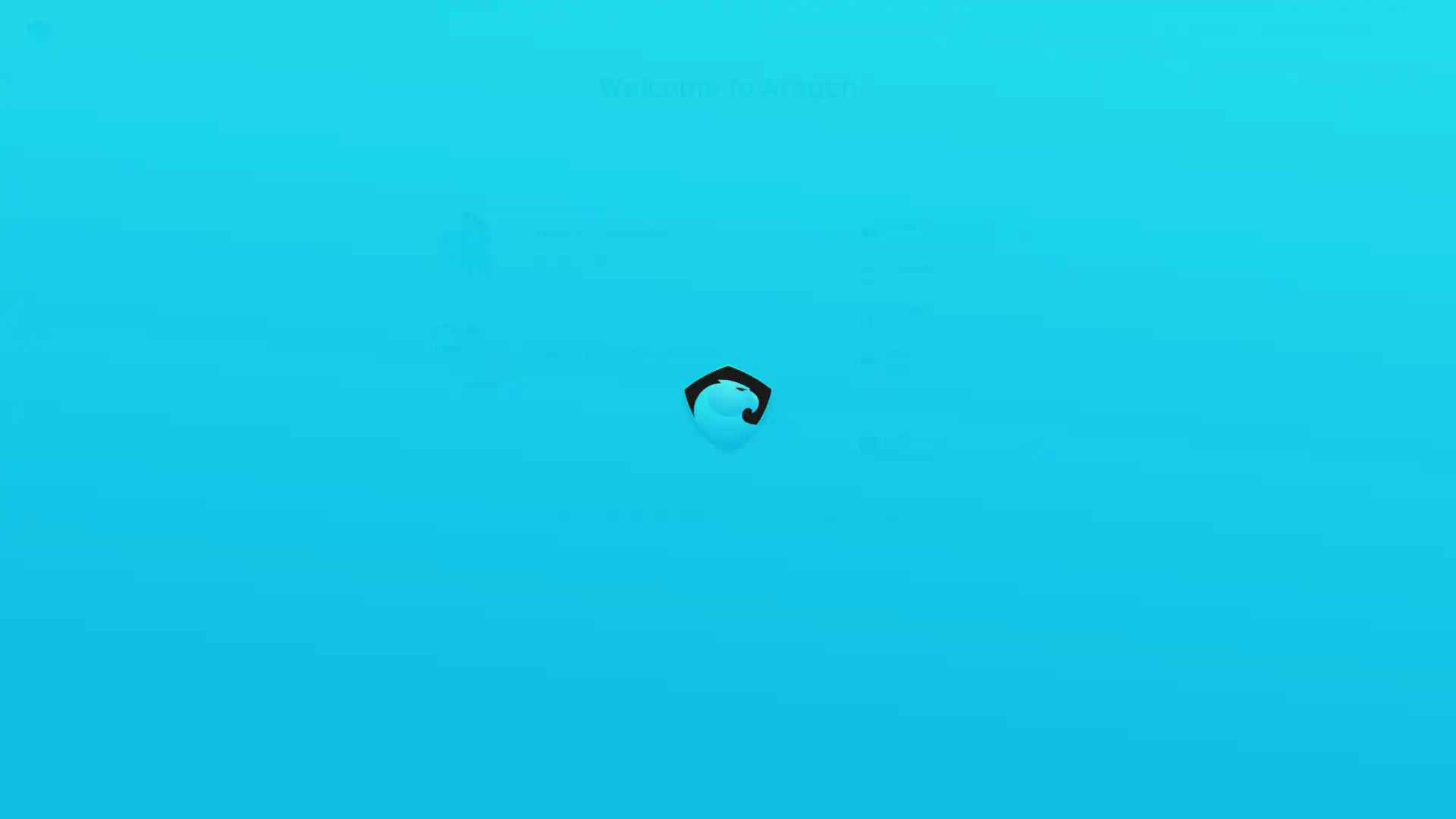 Image resolution: width=1456 pixels, height=819 pixels. Describe the element at coordinates (25, 24) in the screenshot. I see `Back to home` at that location.